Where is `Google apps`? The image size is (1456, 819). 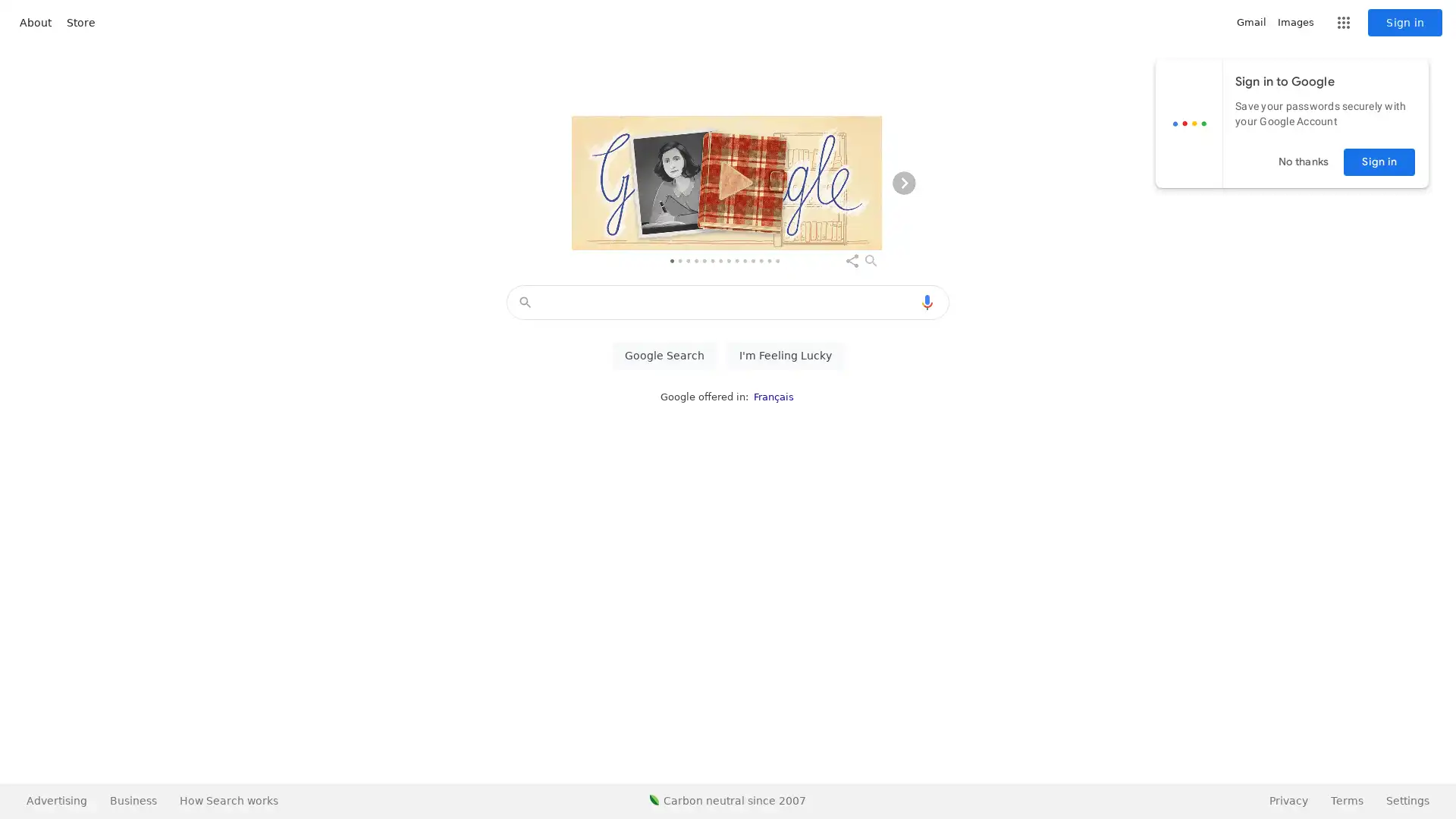 Google apps is located at coordinates (1343, 23).